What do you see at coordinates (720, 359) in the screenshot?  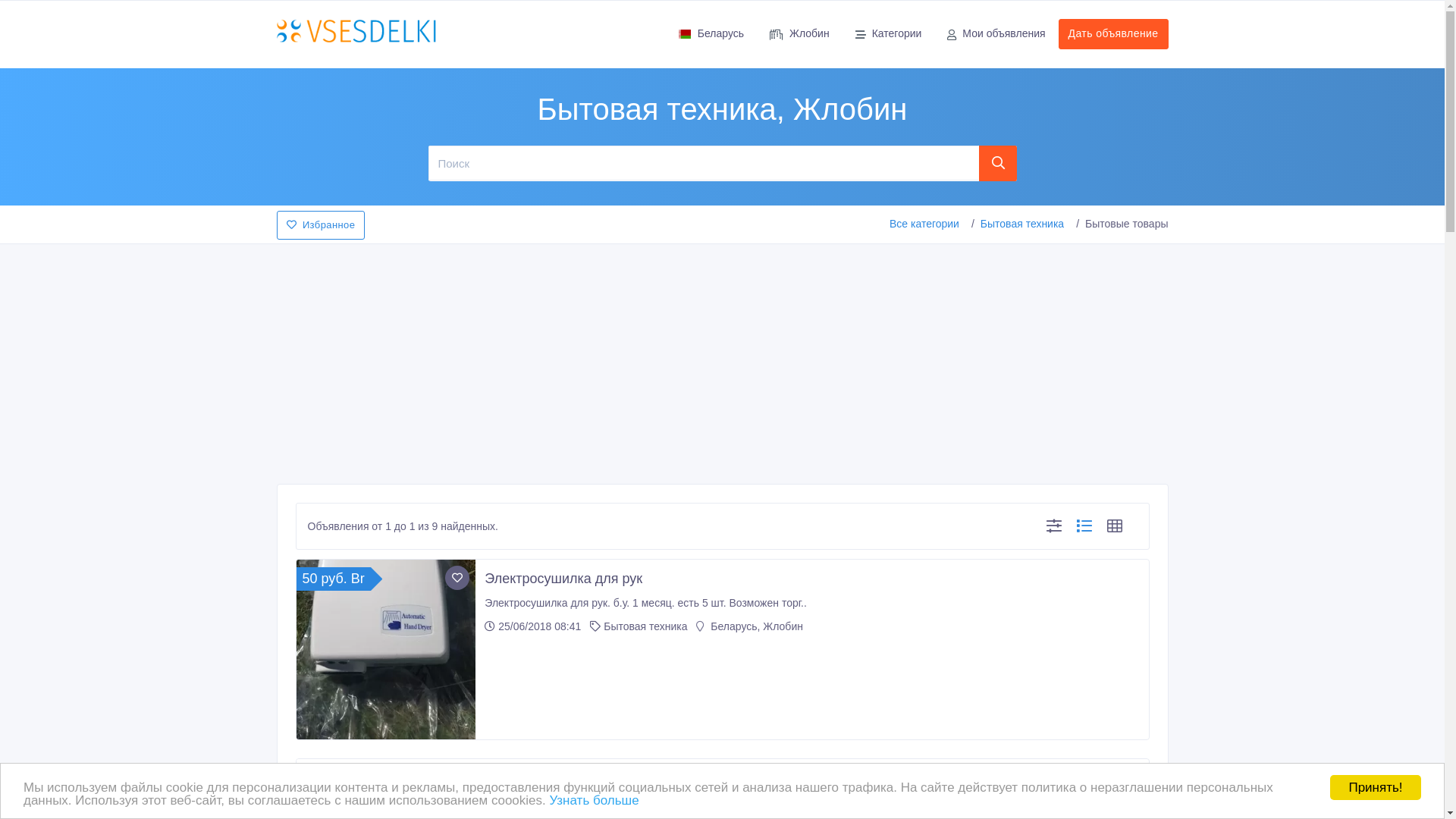 I see `'Advertisement'` at bounding box center [720, 359].